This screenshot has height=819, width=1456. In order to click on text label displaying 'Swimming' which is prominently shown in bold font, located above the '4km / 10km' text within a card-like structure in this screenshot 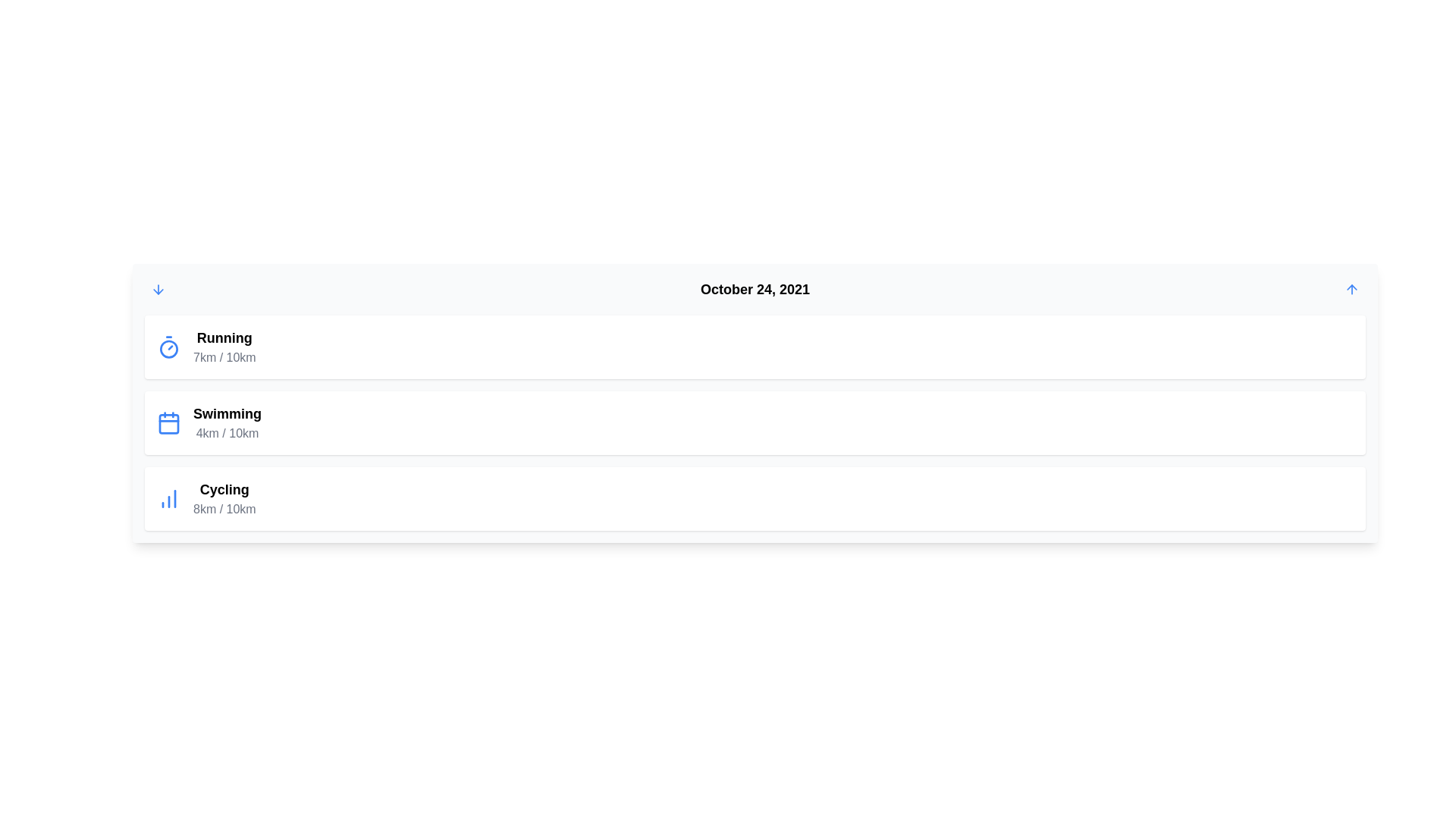, I will do `click(227, 414)`.